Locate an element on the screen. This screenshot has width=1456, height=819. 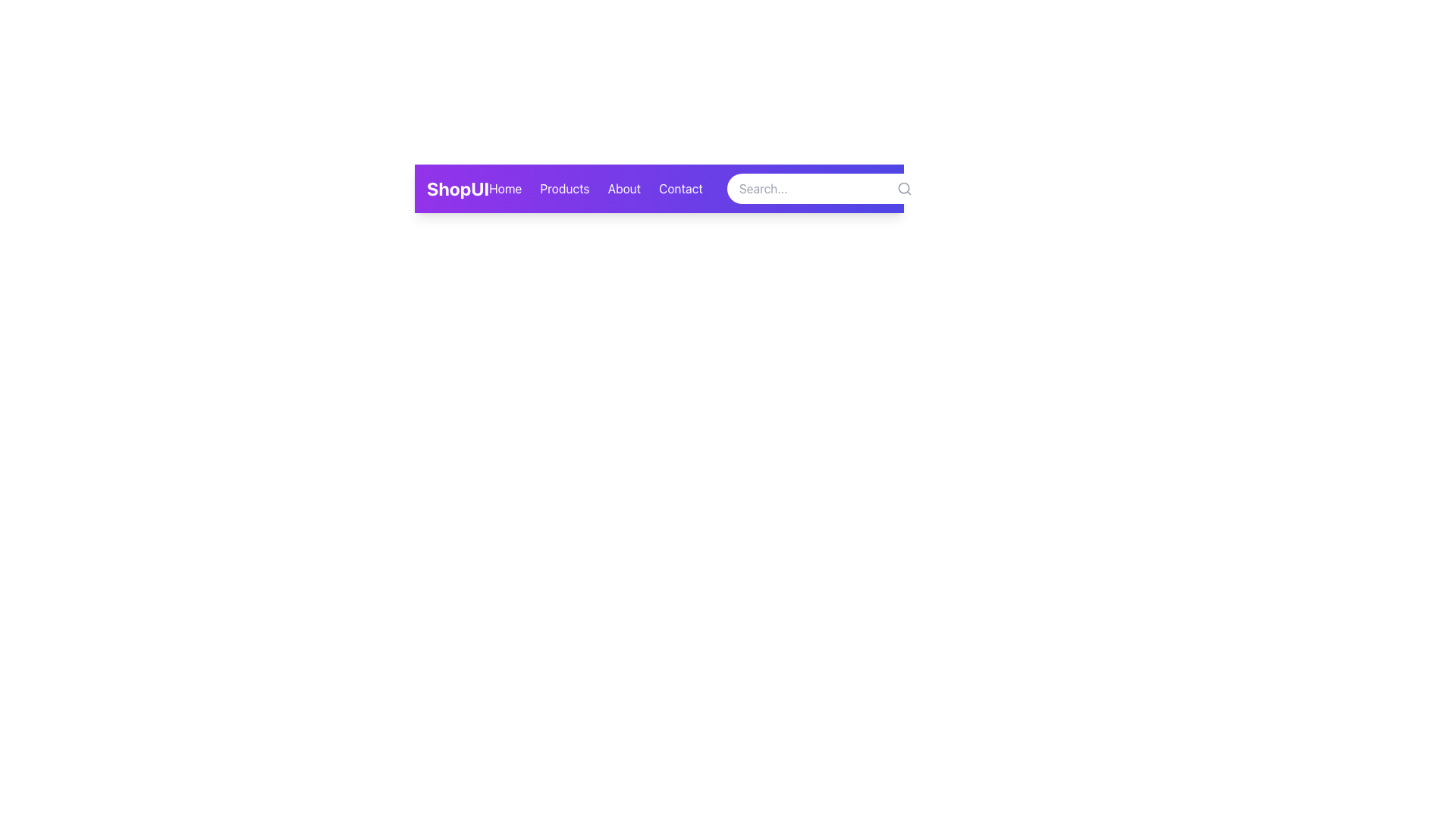
the fourth hyperlink in the horizontal navigation bar is located at coordinates (679, 188).